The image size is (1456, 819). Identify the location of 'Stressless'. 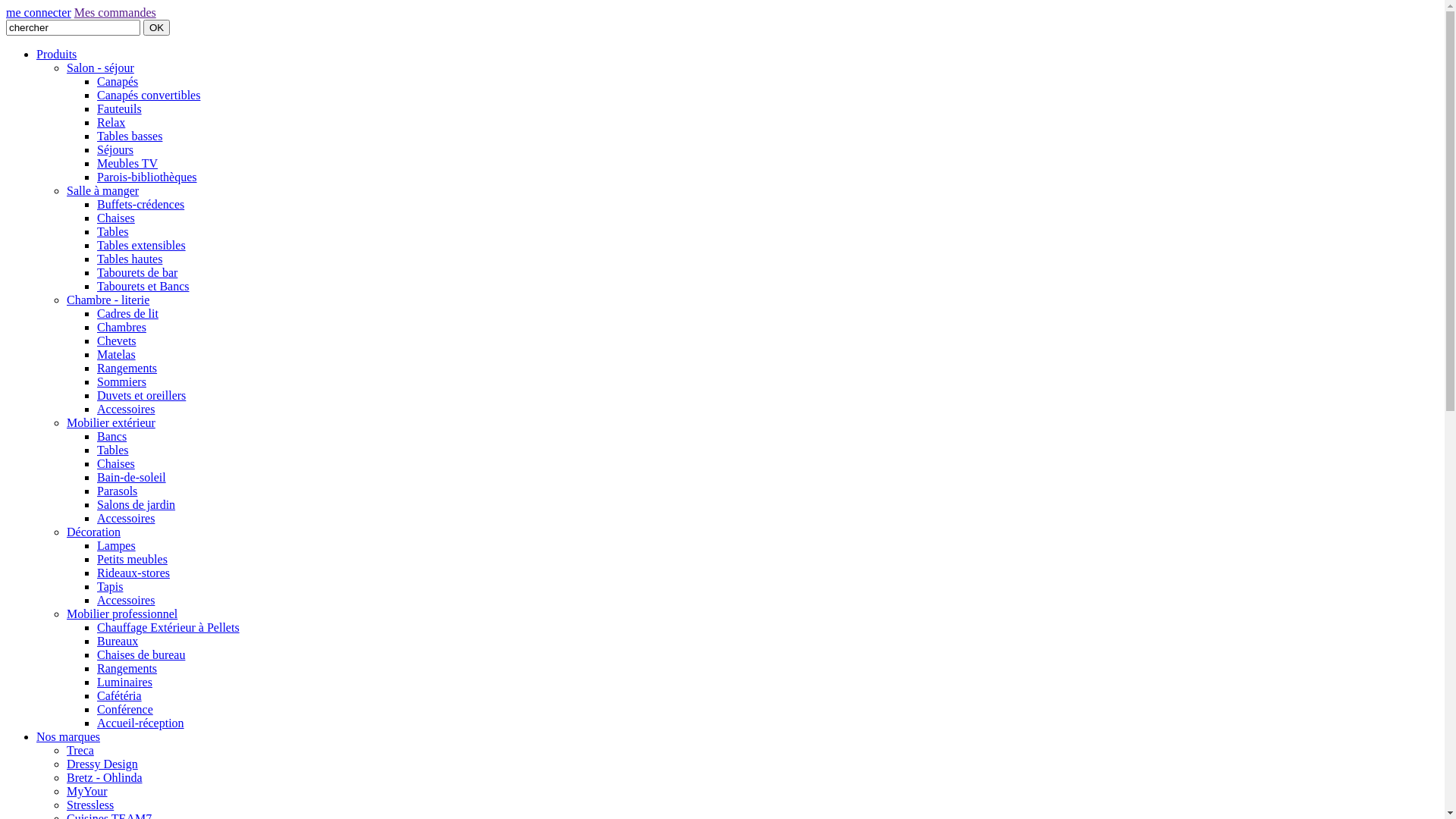
(89, 804).